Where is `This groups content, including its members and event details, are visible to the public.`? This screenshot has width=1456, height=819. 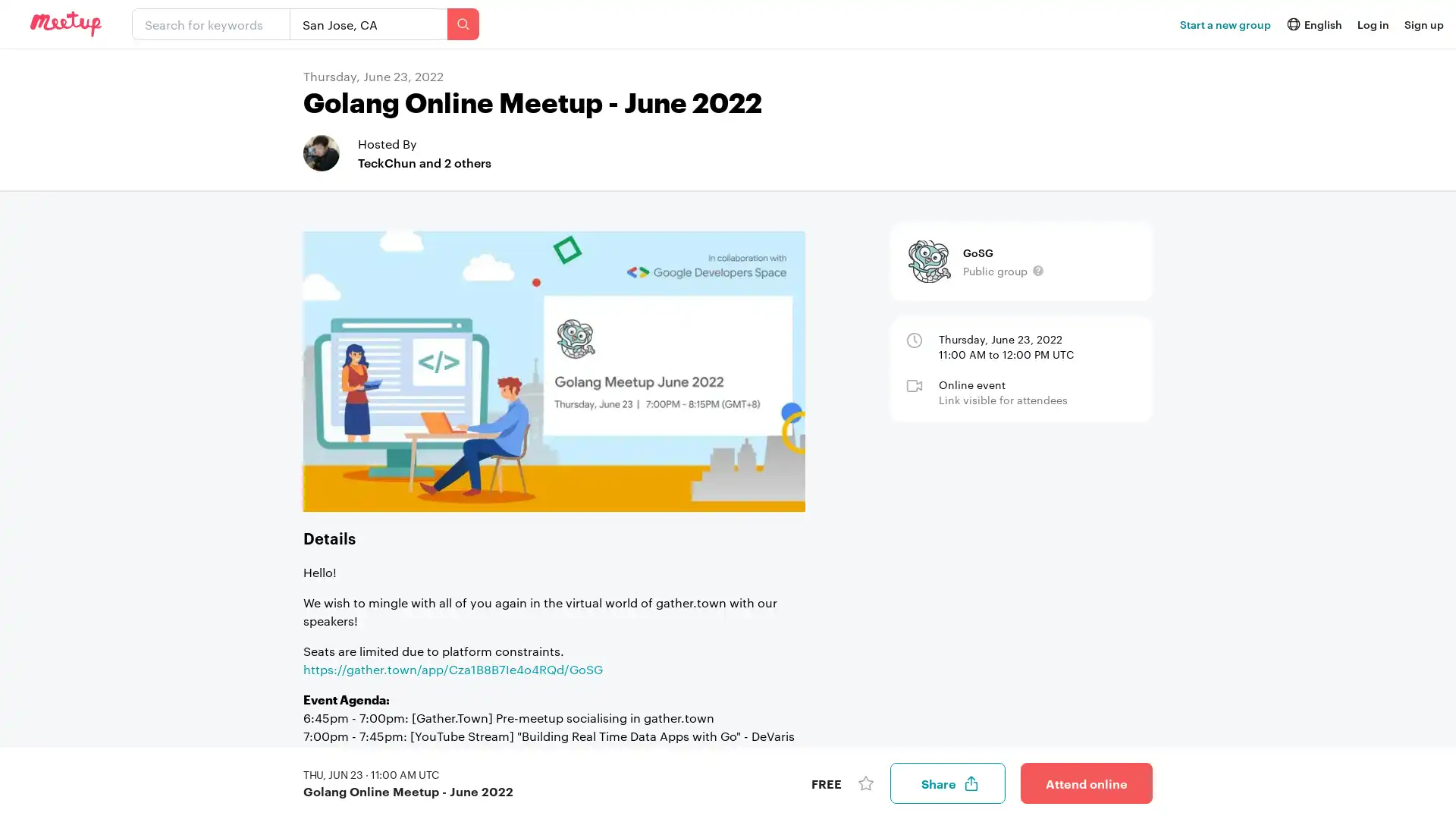 This groups content, including its members and event details, are visible to the public. is located at coordinates (1037, 270).